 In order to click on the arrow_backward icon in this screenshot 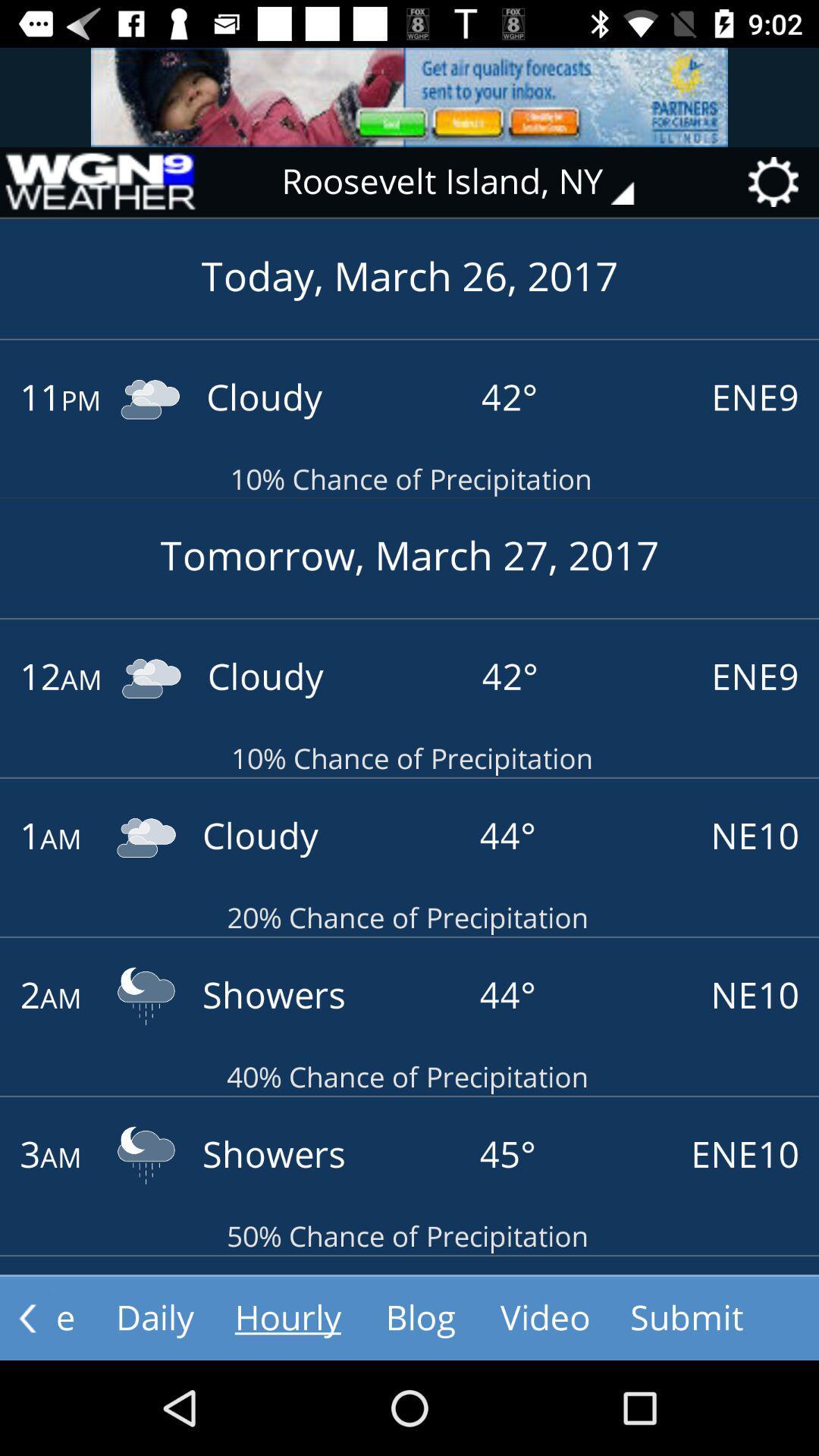, I will do `click(27, 1317)`.